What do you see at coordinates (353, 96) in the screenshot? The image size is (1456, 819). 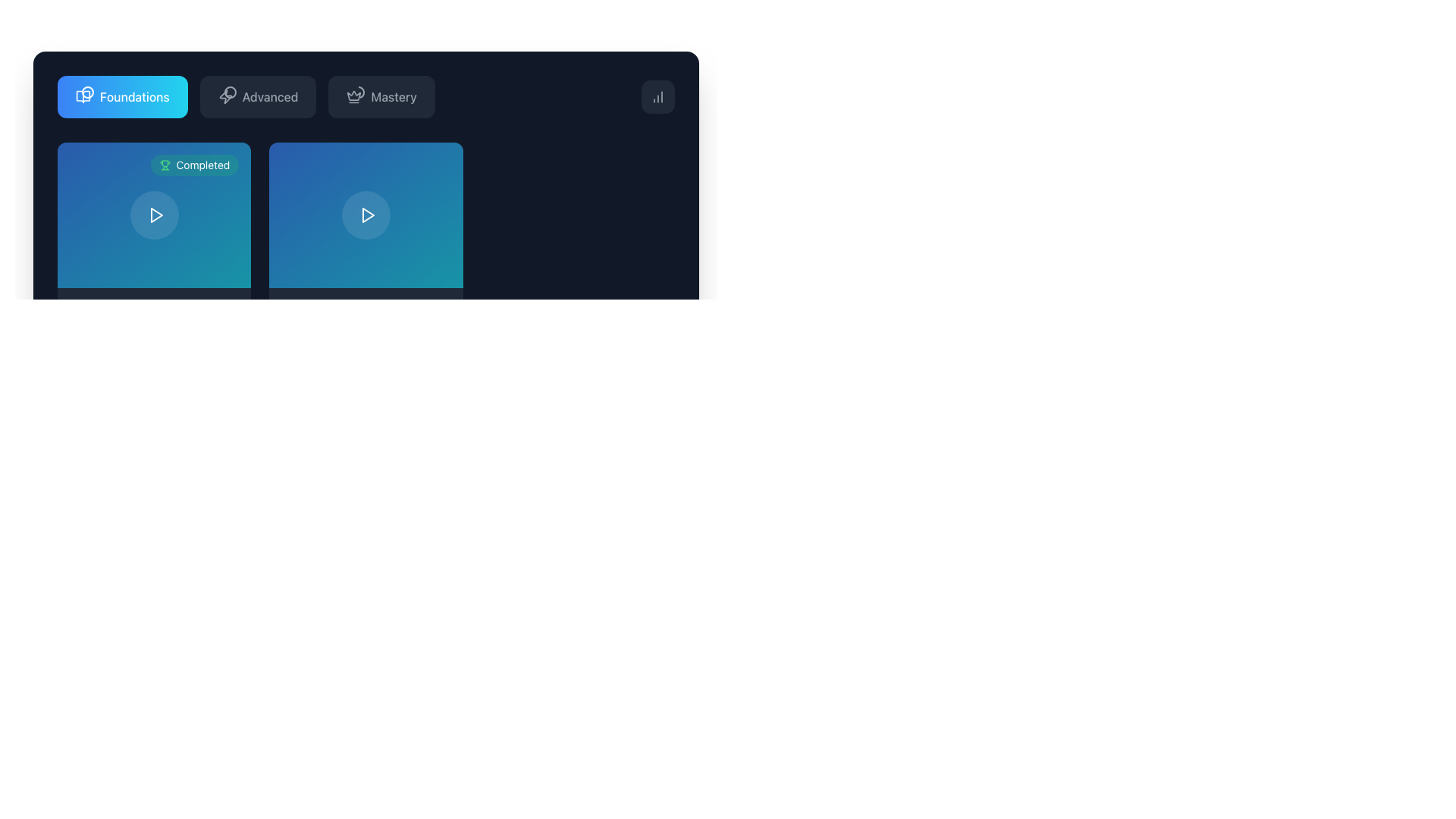 I see `the 'Mastery' icon located` at bounding box center [353, 96].